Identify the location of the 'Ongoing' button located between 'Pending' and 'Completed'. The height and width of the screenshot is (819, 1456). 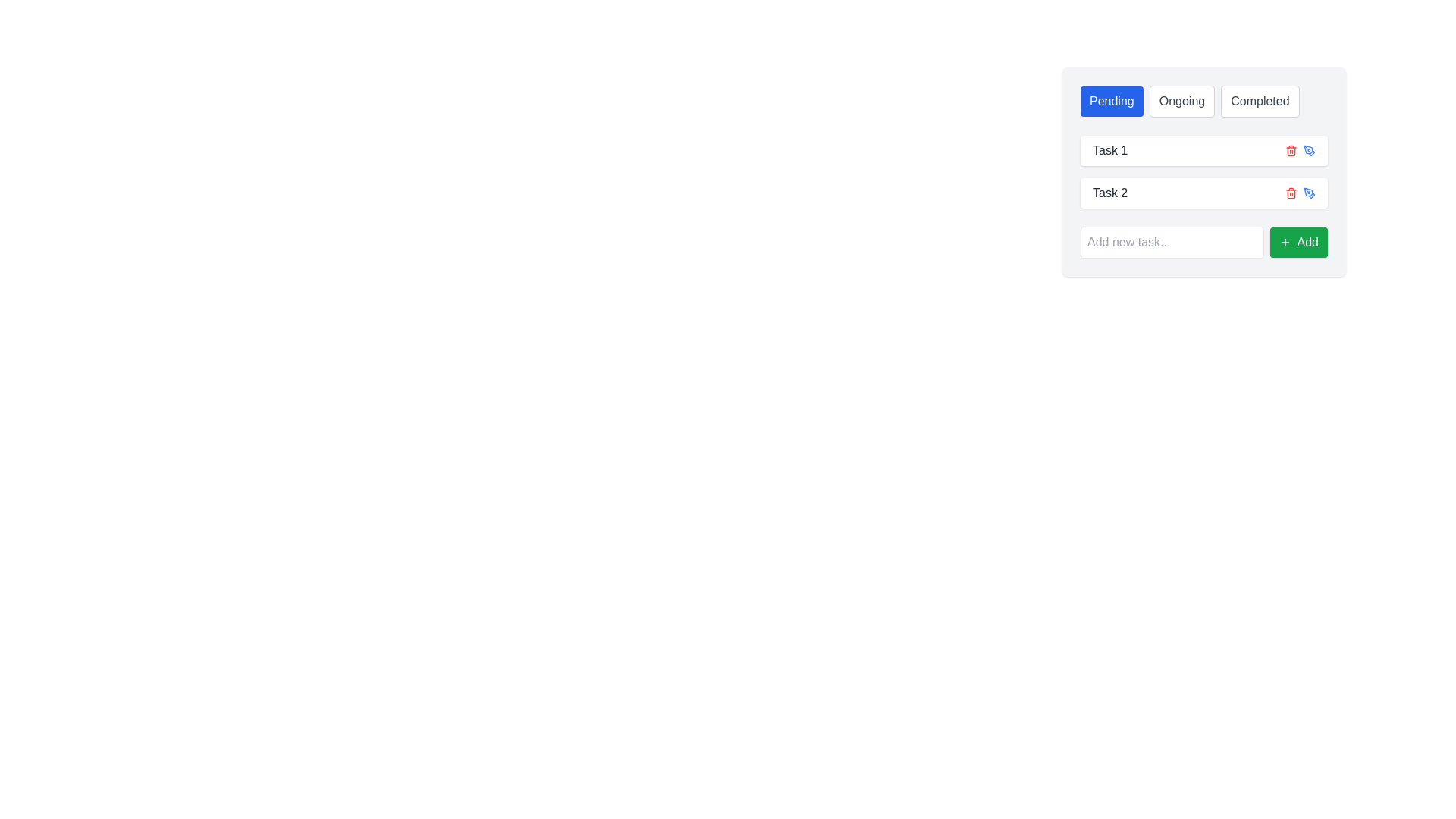
(1181, 102).